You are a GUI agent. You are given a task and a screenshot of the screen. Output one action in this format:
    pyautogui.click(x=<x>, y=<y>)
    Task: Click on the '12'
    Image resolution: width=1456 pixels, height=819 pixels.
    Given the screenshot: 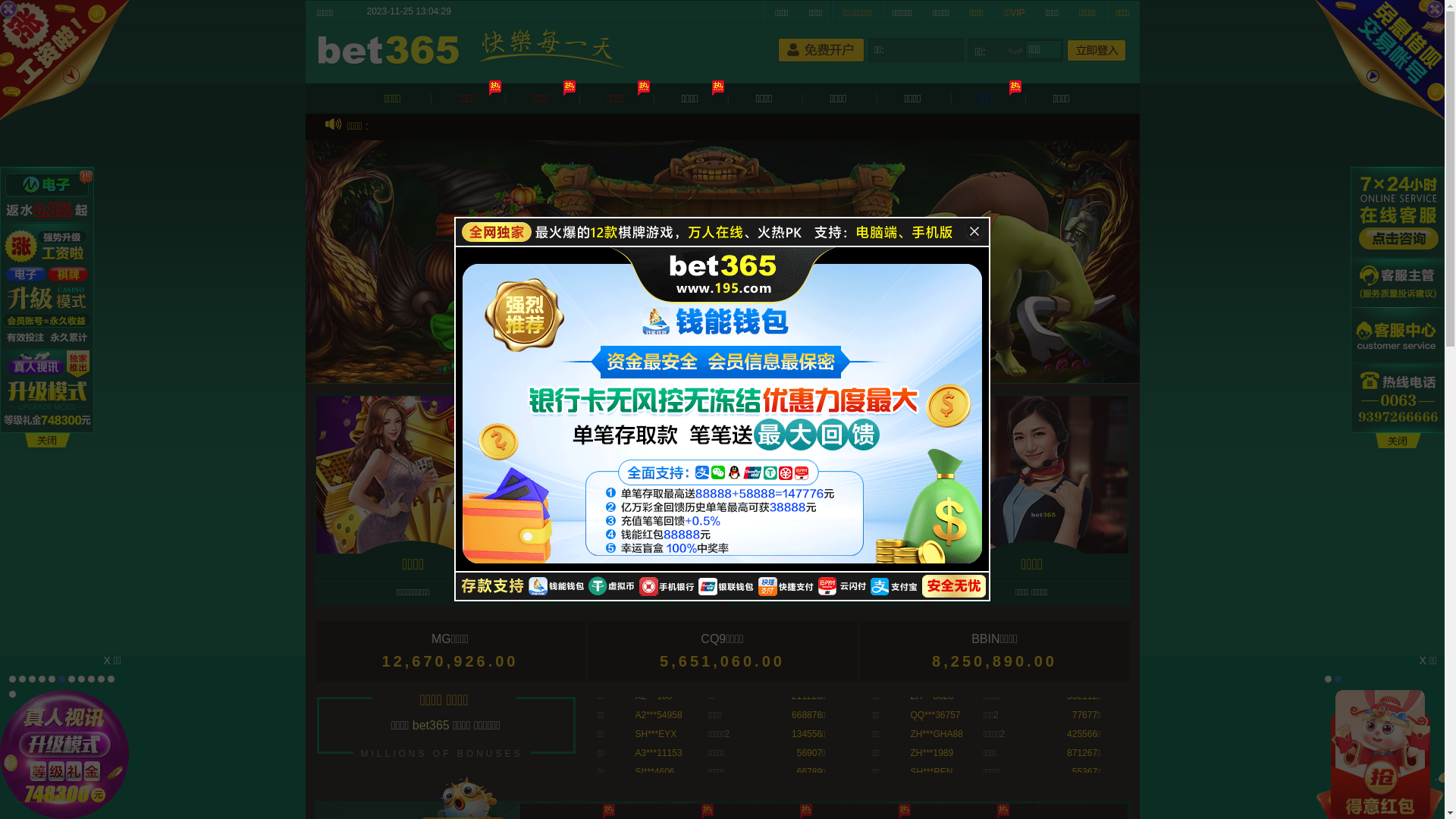 What is the action you would take?
    pyautogui.click(x=12, y=694)
    